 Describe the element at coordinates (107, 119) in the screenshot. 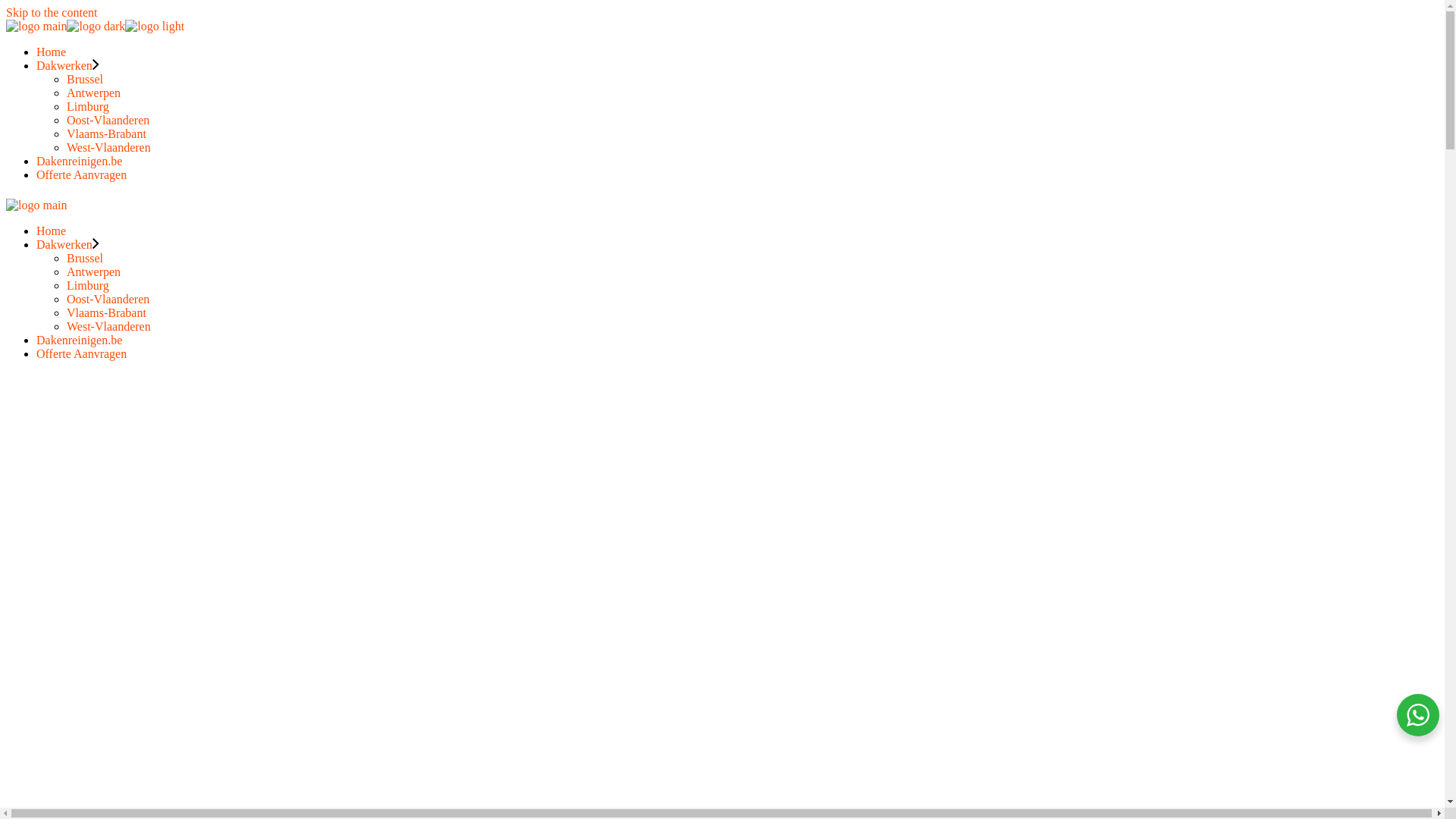

I see `'Oost-Vlaanderen'` at that location.